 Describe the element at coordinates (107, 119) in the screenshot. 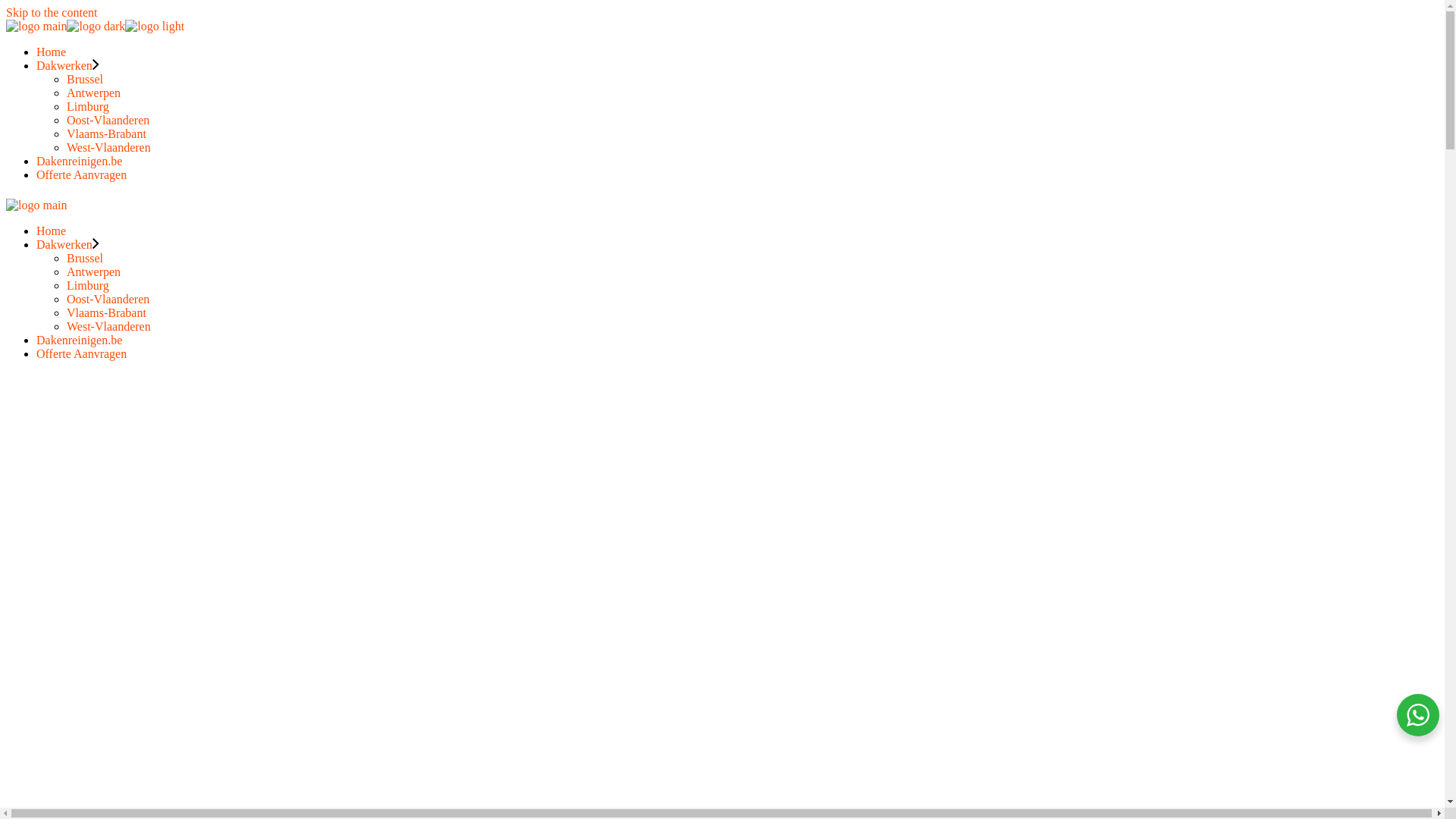

I see `'Oost-Vlaanderen'` at that location.